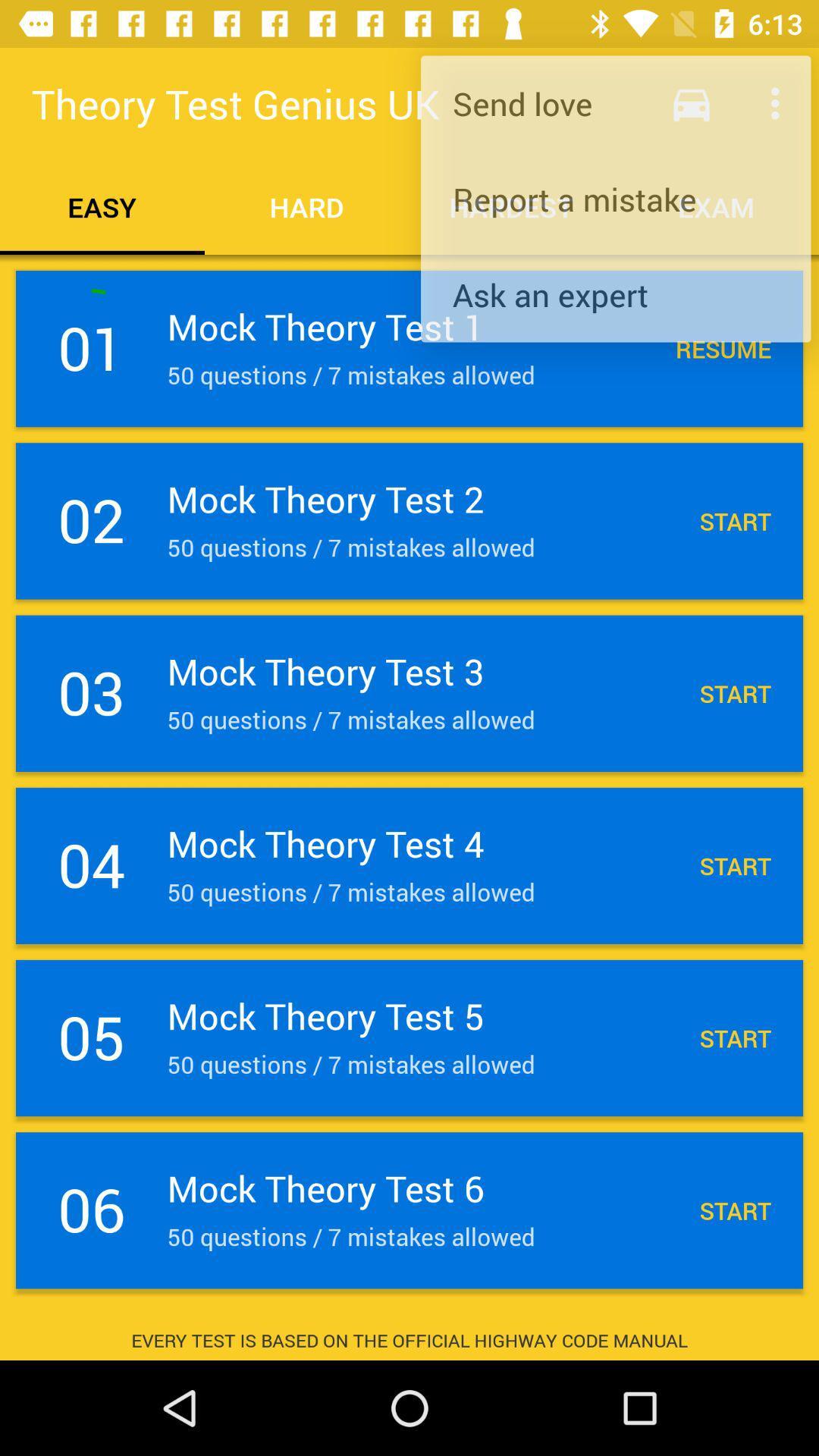  What do you see at coordinates (409, 693) in the screenshot?
I see `option mock theory test 3` at bounding box center [409, 693].